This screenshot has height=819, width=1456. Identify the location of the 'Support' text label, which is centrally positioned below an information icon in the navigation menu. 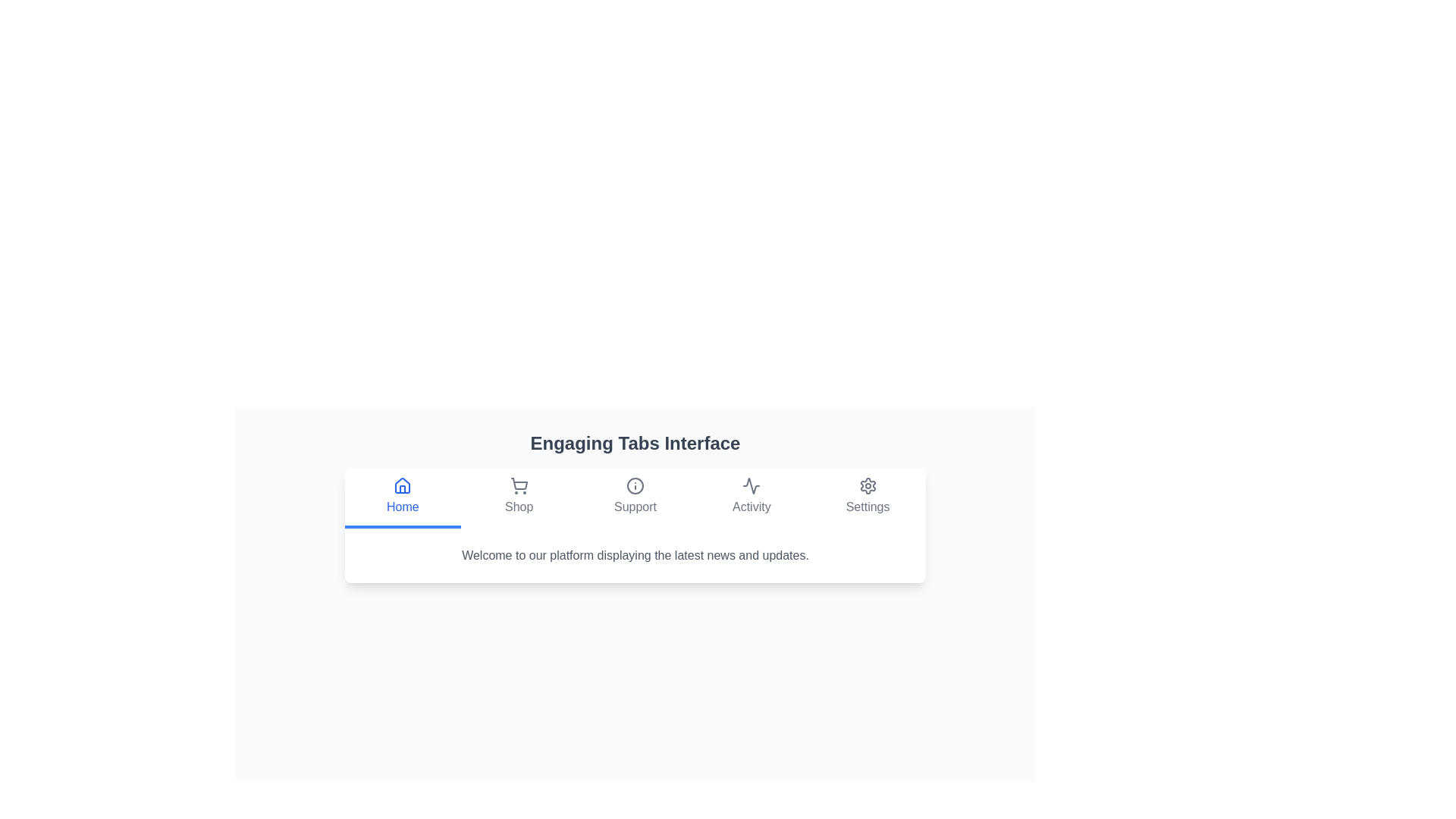
(635, 507).